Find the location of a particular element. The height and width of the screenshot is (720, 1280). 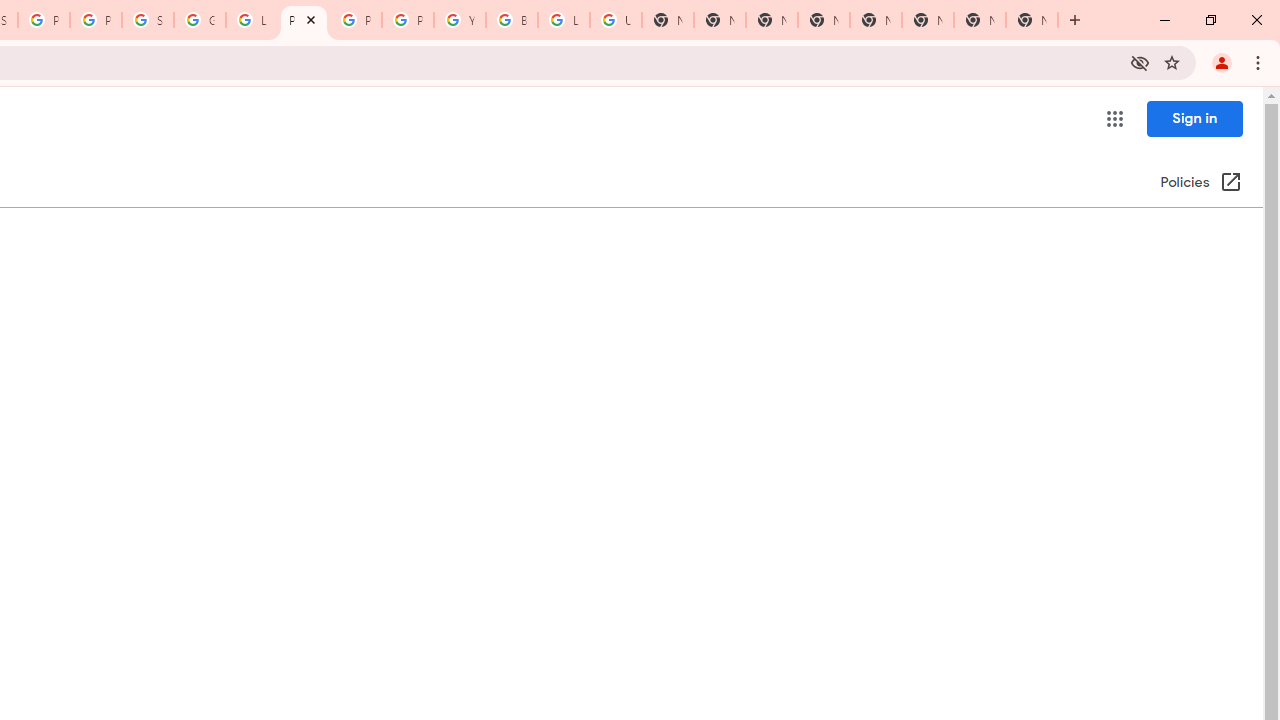

'Google apps' is located at coordinates (1113, 119).